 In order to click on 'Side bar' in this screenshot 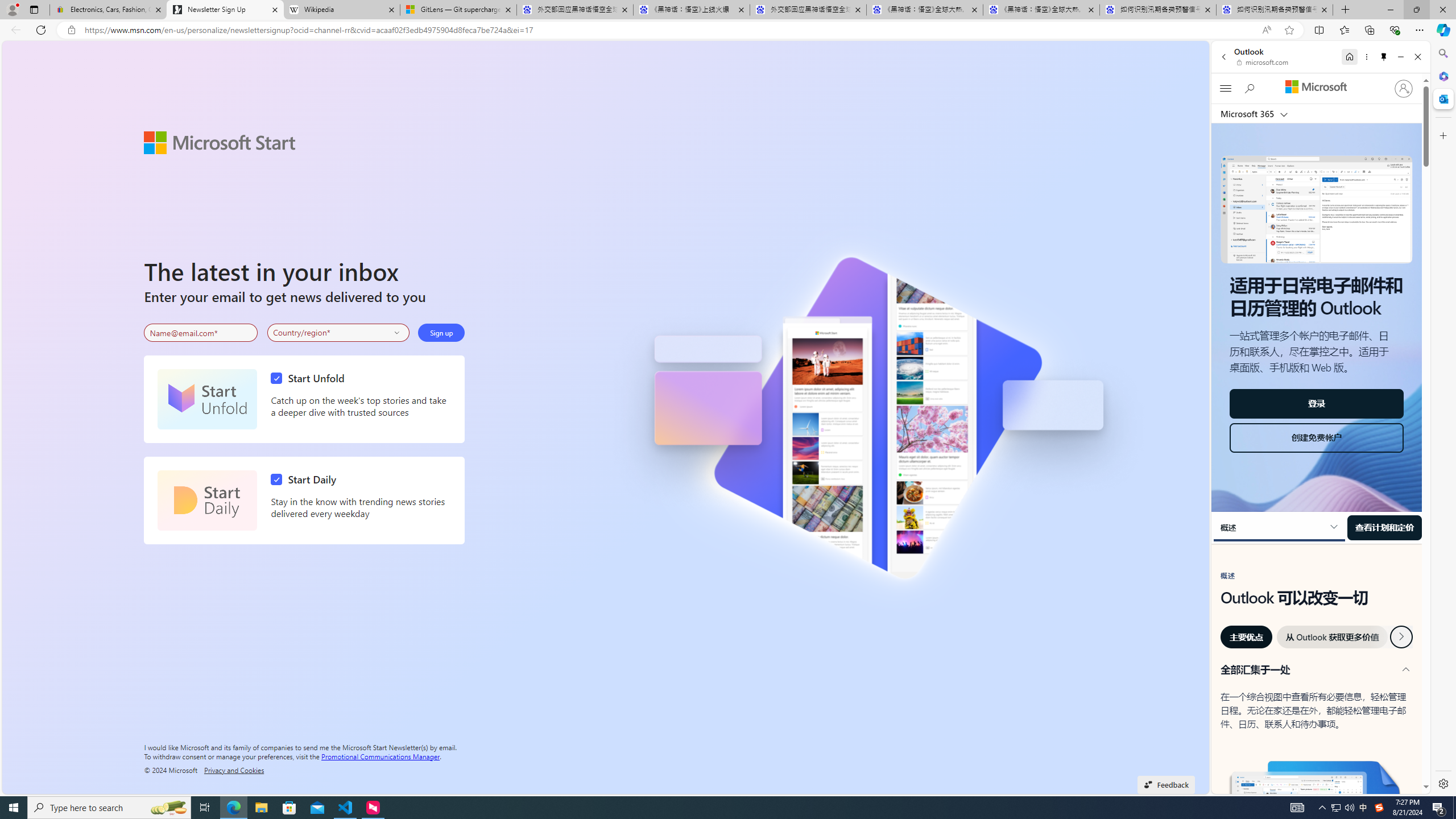, I will do `click(1443, 418)`.